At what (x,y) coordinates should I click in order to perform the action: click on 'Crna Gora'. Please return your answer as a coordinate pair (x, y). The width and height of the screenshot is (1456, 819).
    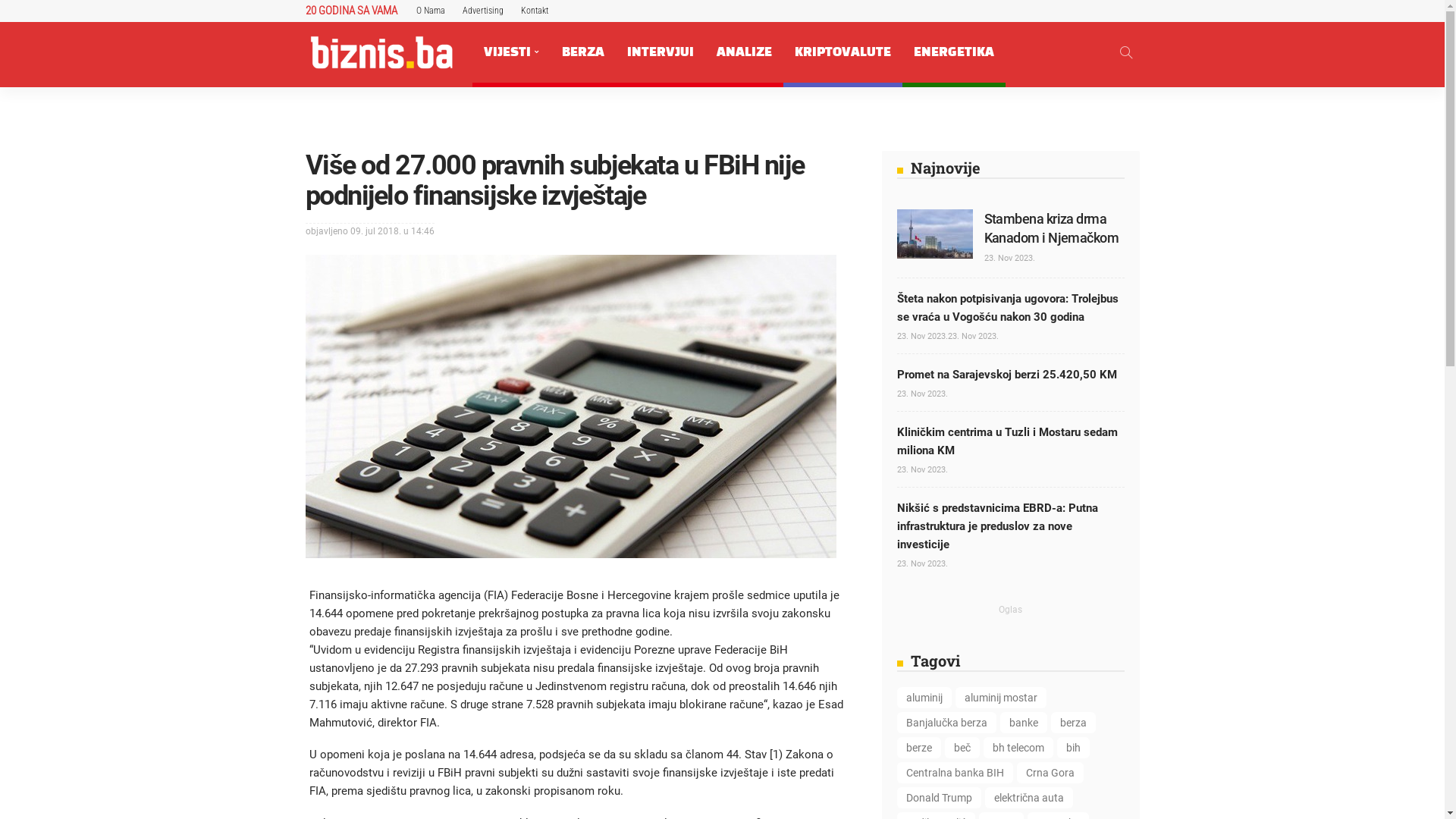
    Looking at the image, I should click on (1048, 772).